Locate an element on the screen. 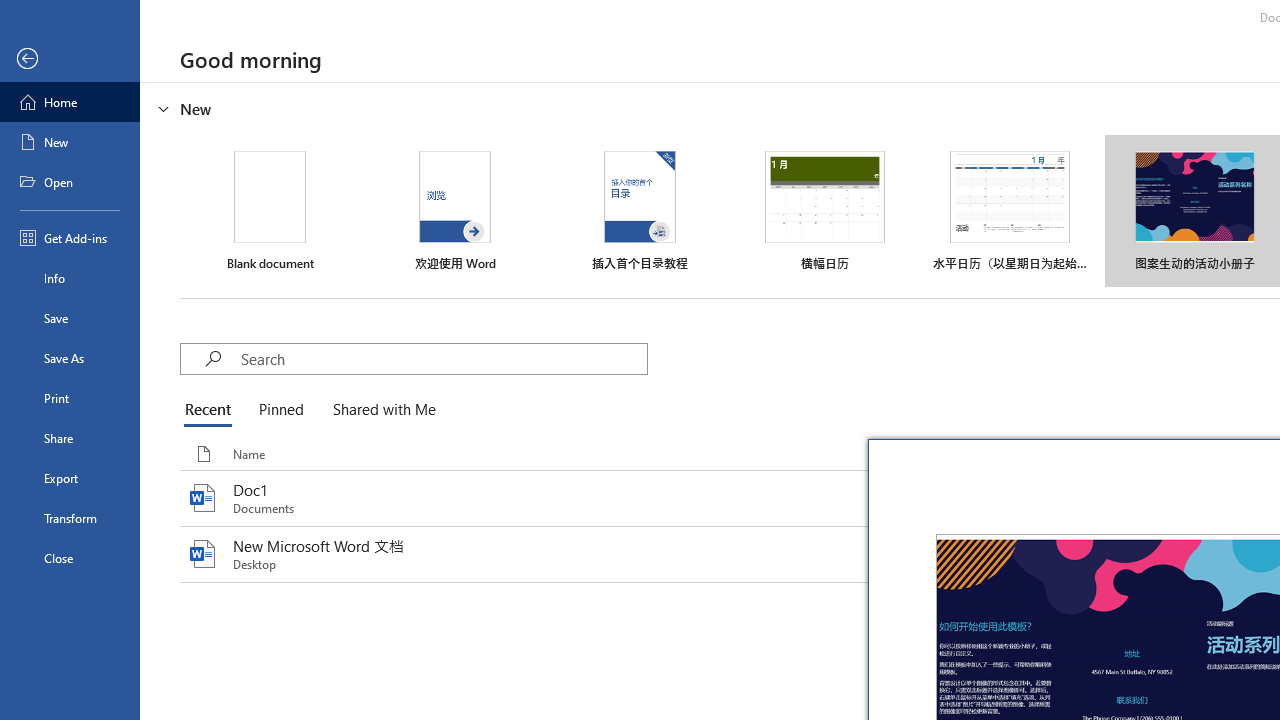  'Pinned' is located at coordinates (279, 410).